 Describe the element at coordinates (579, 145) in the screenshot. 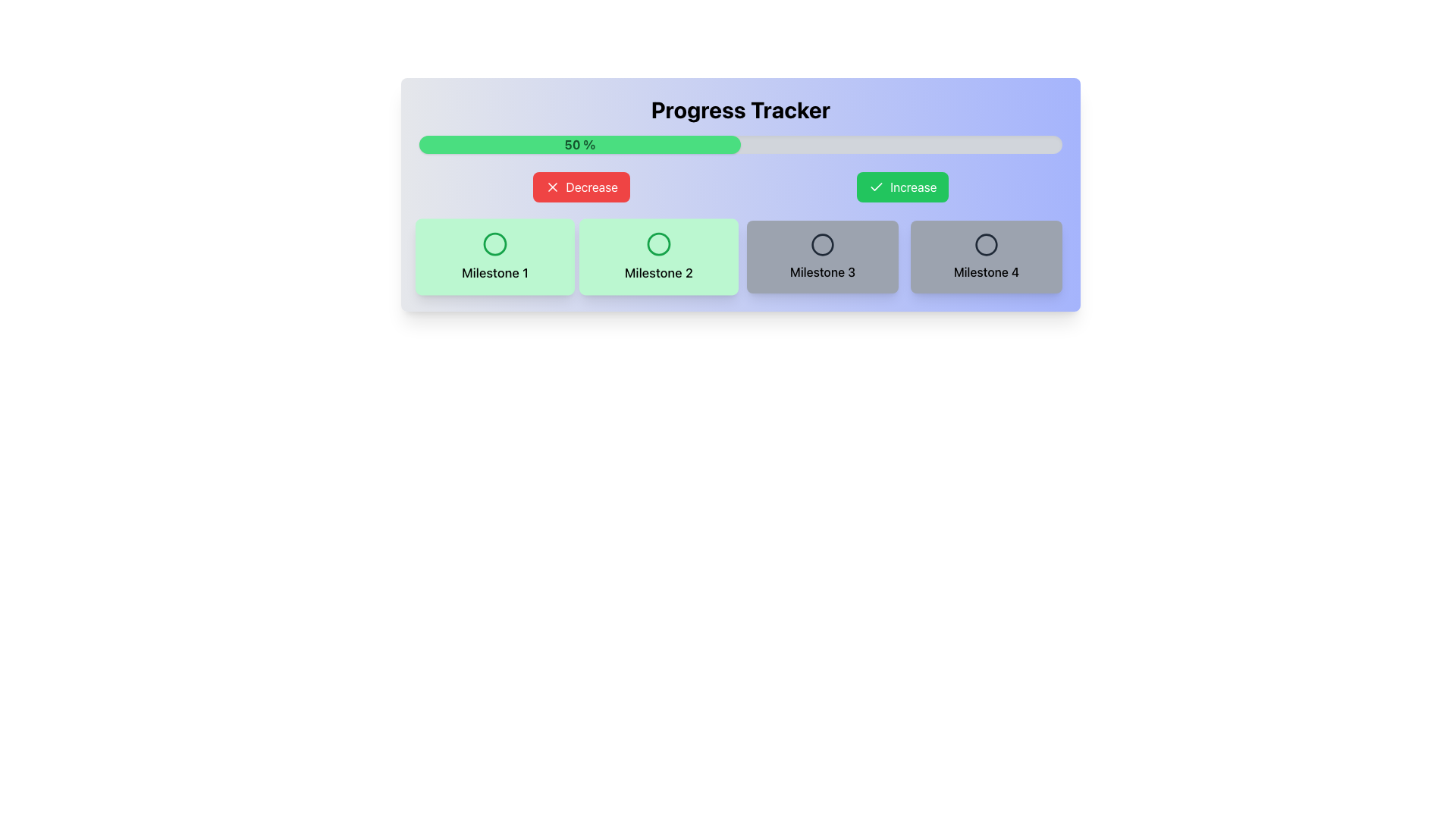

I see `percentage value displayed in the green-filled portion of the progress bar indicator, which shows '50%' in bold green font` at that location.